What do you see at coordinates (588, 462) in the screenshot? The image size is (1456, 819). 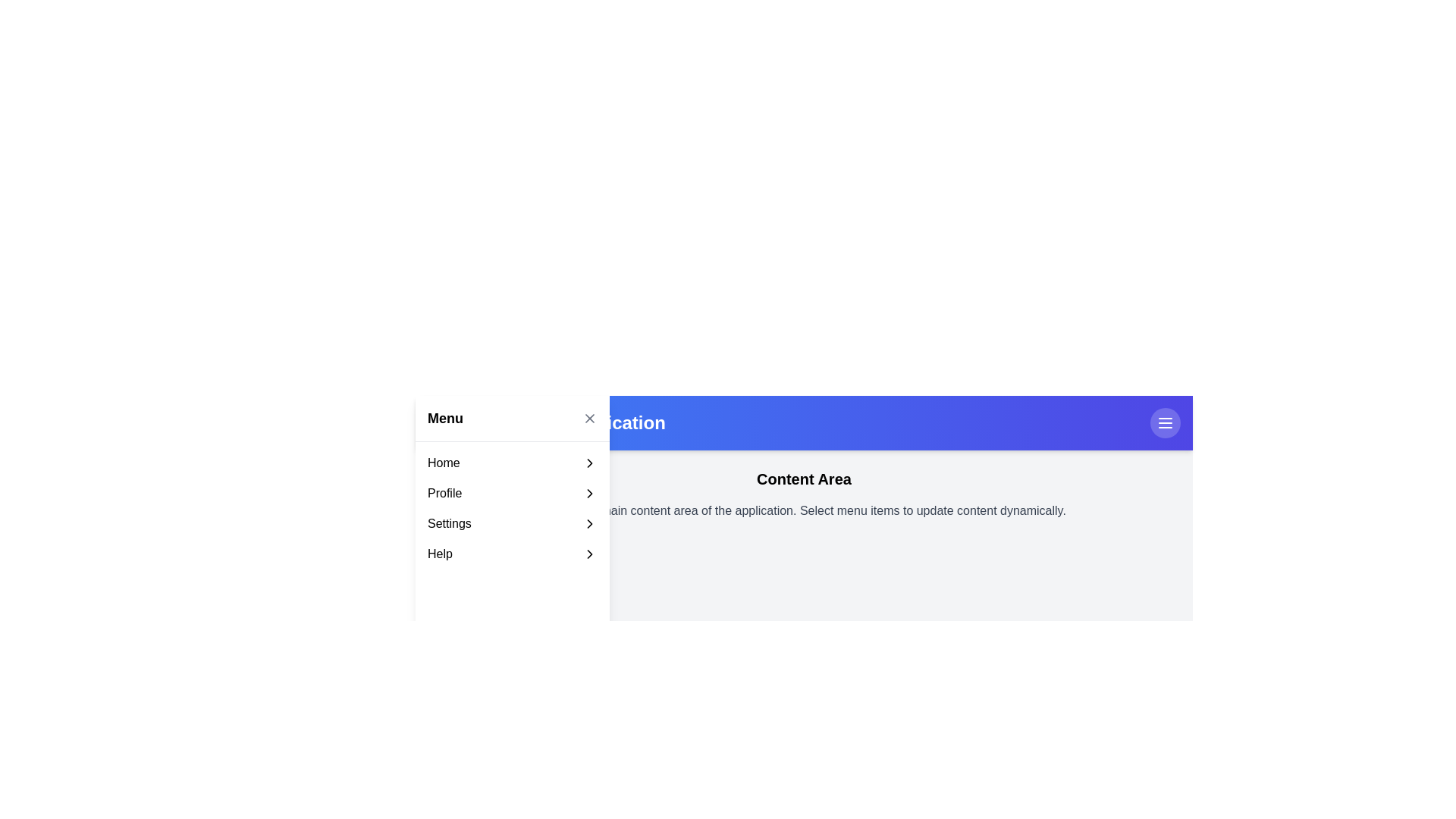 I see `the right-chevron arrow icon located to the right of the 'Home' menu item in the vertical navigation menu, which is the first chevron icon in the menu` at bounding box center [588, 462].